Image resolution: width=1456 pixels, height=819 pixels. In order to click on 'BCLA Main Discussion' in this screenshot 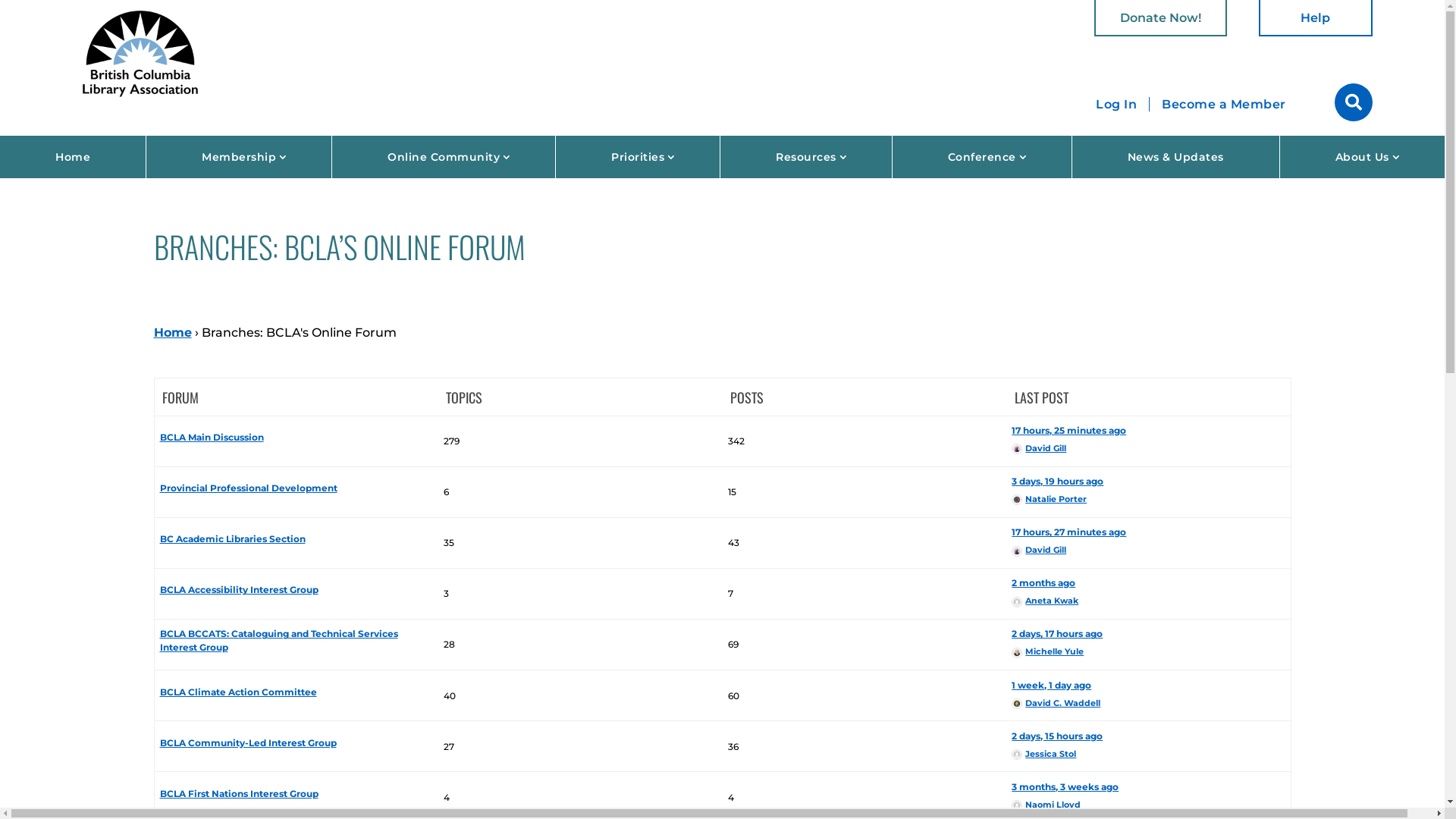, I will do `click(211, 437)`.